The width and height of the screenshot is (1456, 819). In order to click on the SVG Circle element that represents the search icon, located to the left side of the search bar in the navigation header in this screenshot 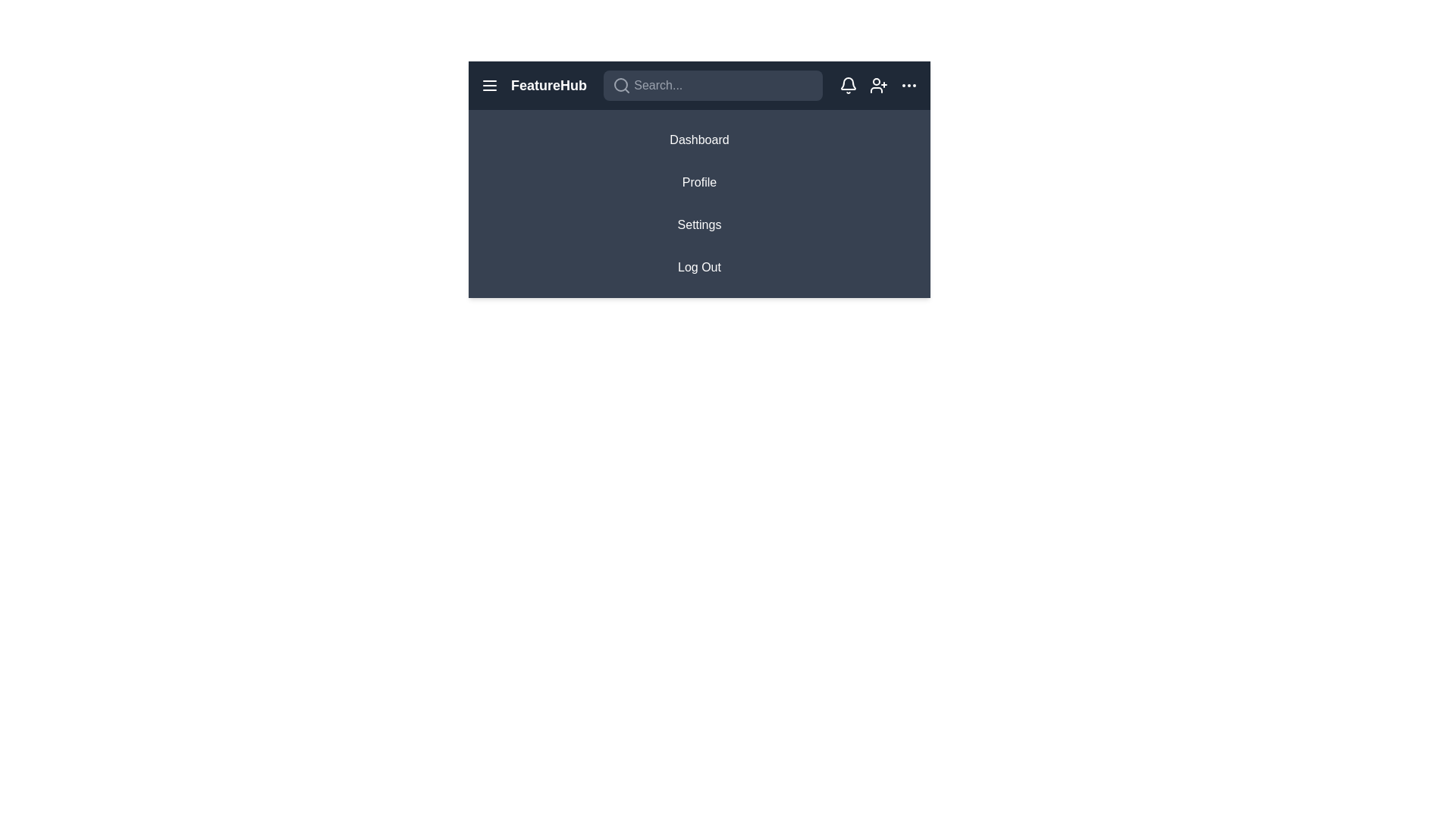, I will do `click(621, 84)`.